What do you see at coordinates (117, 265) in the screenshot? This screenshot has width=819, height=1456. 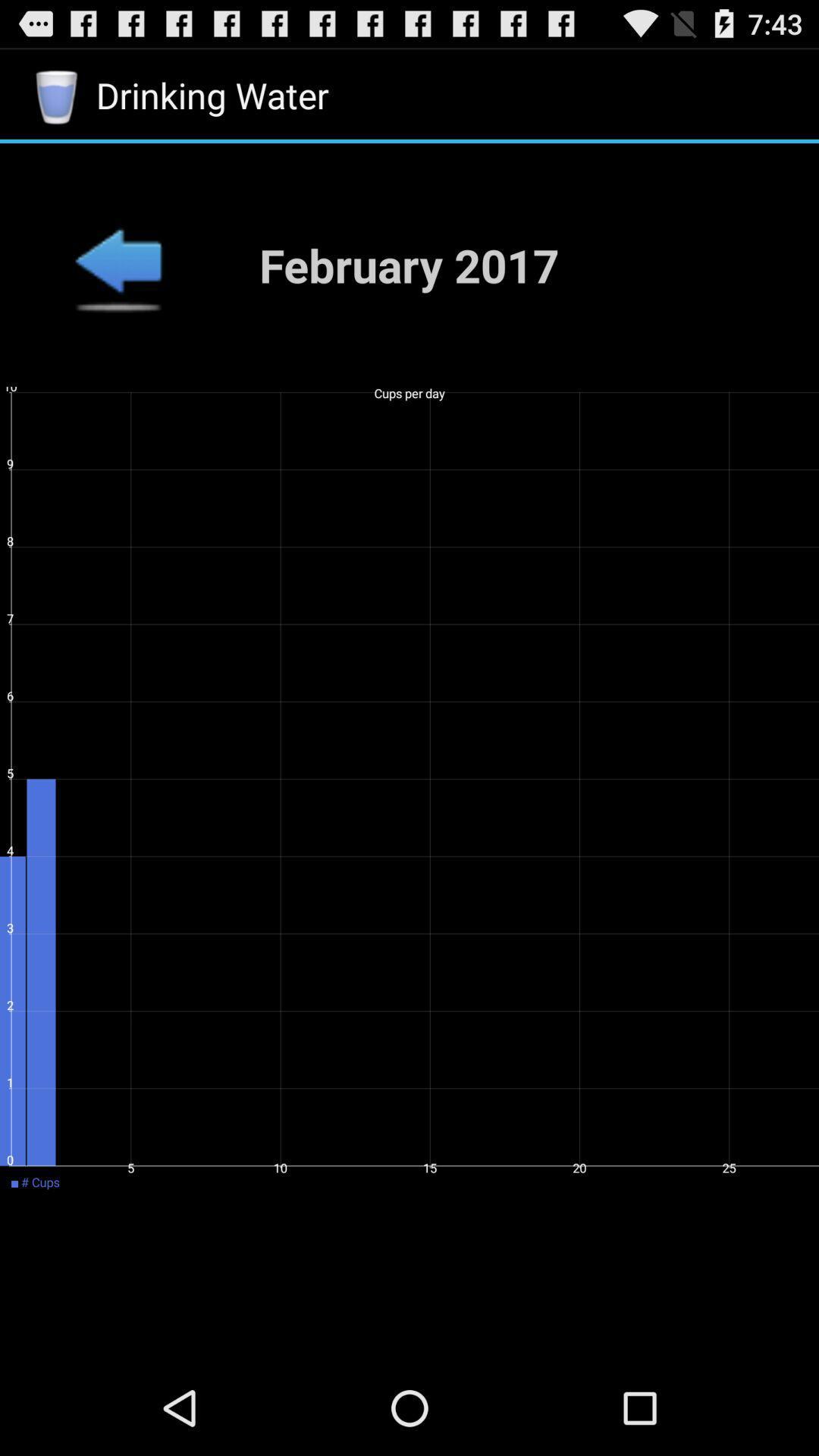 I see `previous menu` at bounding box center [117, 265].